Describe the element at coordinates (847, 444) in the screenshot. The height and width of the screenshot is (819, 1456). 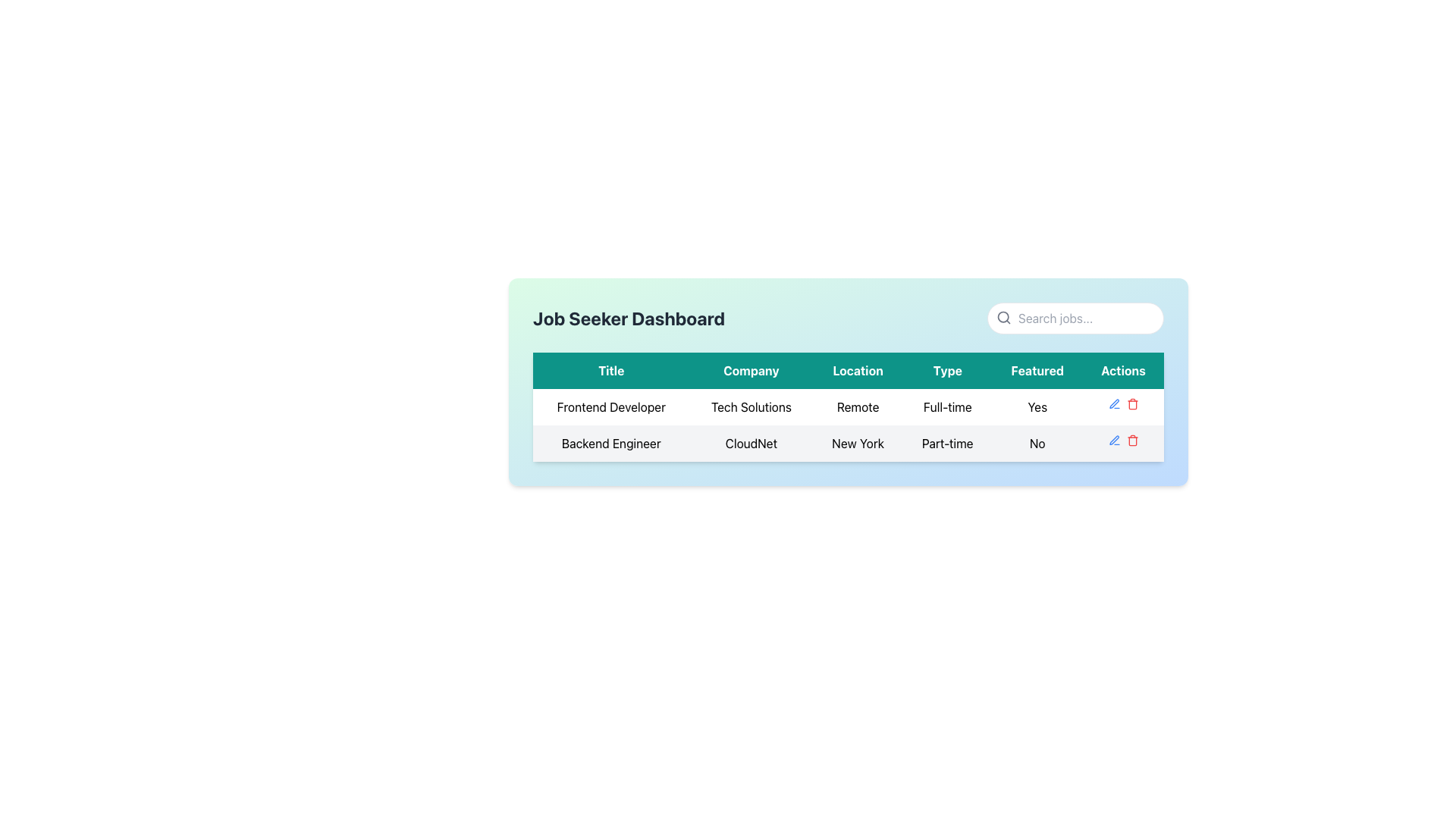
I see `the second row of the table containing information about 'Backend Engineer', 'CloudNet', 'New York', 'Part-time', and 'No'` at that location.